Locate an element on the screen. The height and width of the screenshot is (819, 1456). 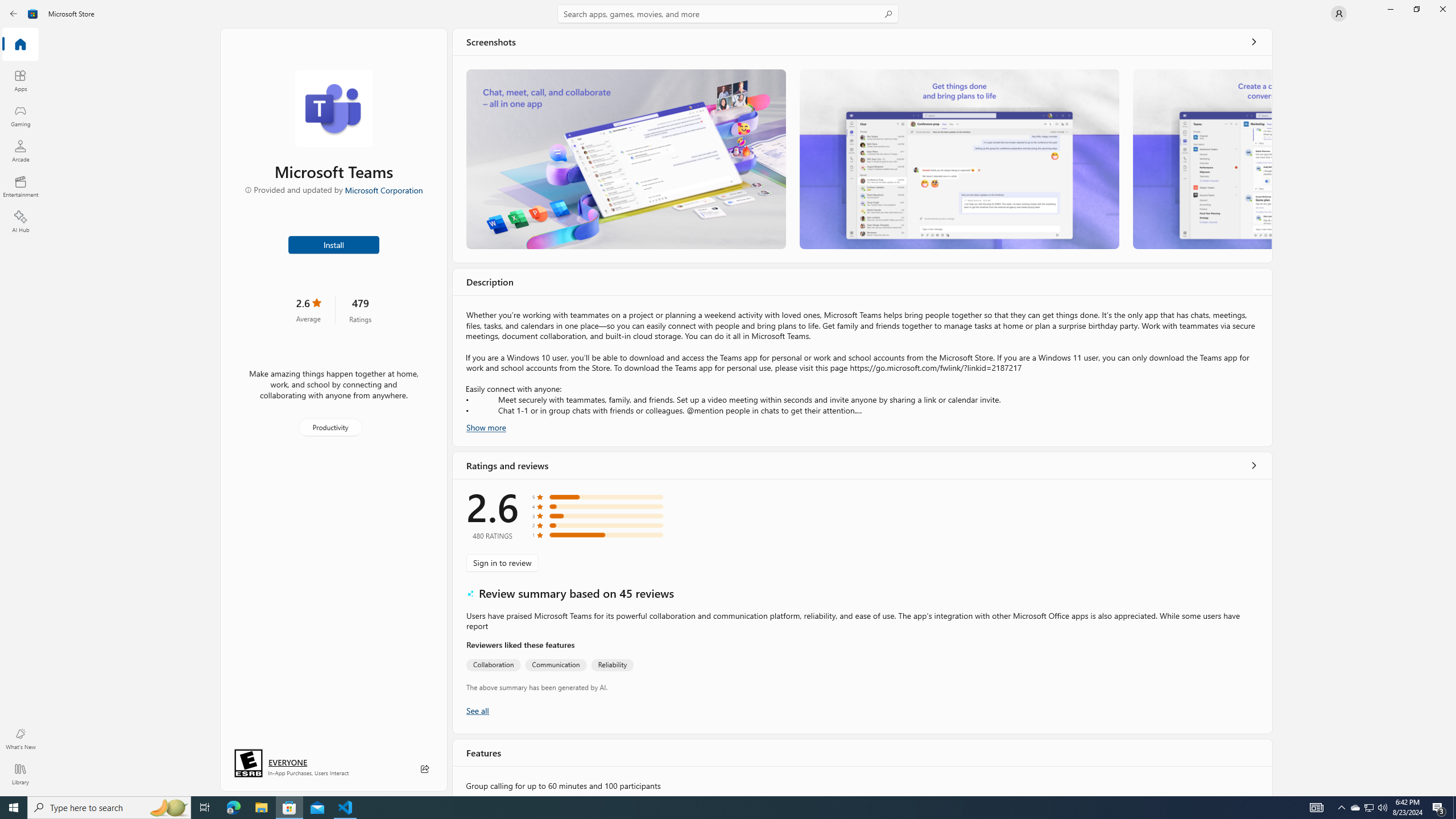
'Age rating: EVERYONE. Click for more information.' is located at coordinates (287, 762).